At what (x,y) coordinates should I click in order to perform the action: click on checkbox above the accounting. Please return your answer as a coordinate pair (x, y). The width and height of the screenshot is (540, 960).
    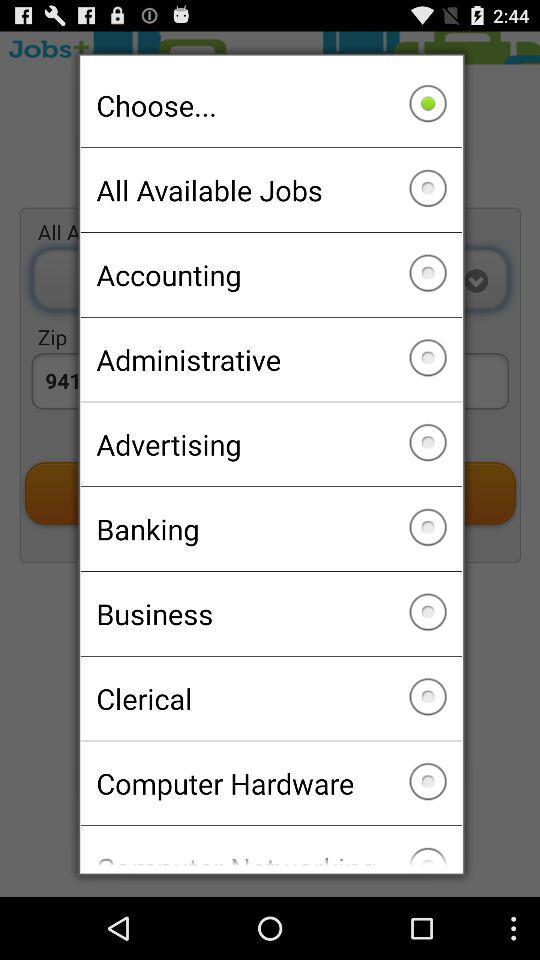
    Looking at the image, I should click on (270, 190).